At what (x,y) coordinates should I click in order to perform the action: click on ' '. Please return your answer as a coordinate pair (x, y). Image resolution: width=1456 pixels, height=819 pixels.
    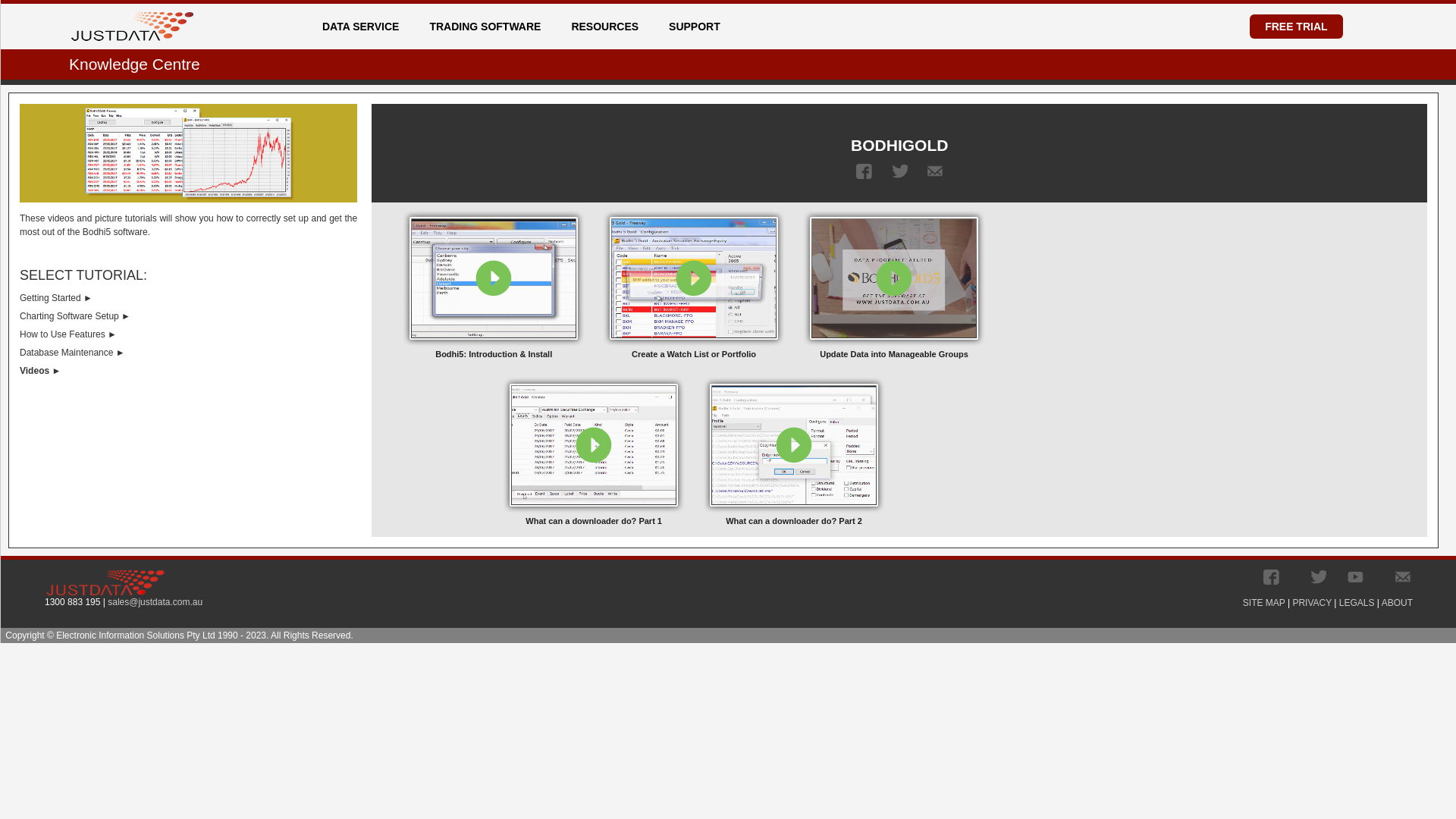
    Looking at the image, I should click on (1263, 576).